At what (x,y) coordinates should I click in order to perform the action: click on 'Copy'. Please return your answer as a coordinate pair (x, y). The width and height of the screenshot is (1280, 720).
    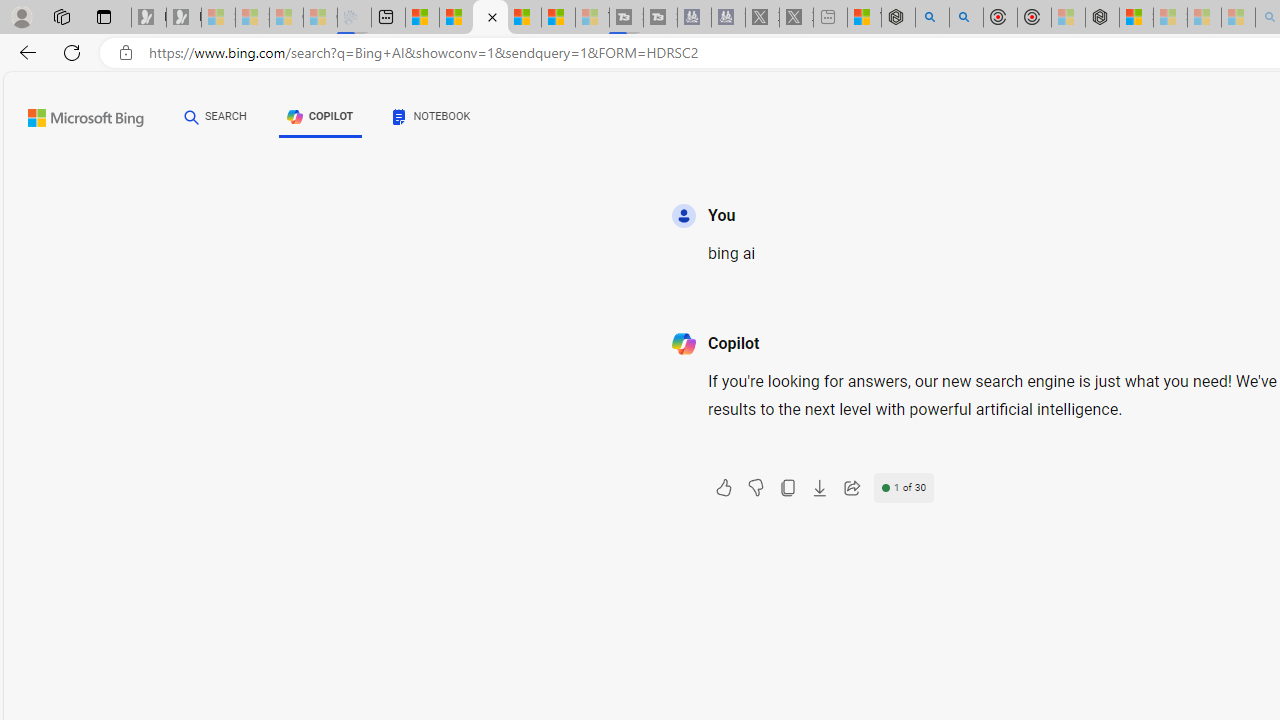
    Looking at the image, I should click on (786, 488).